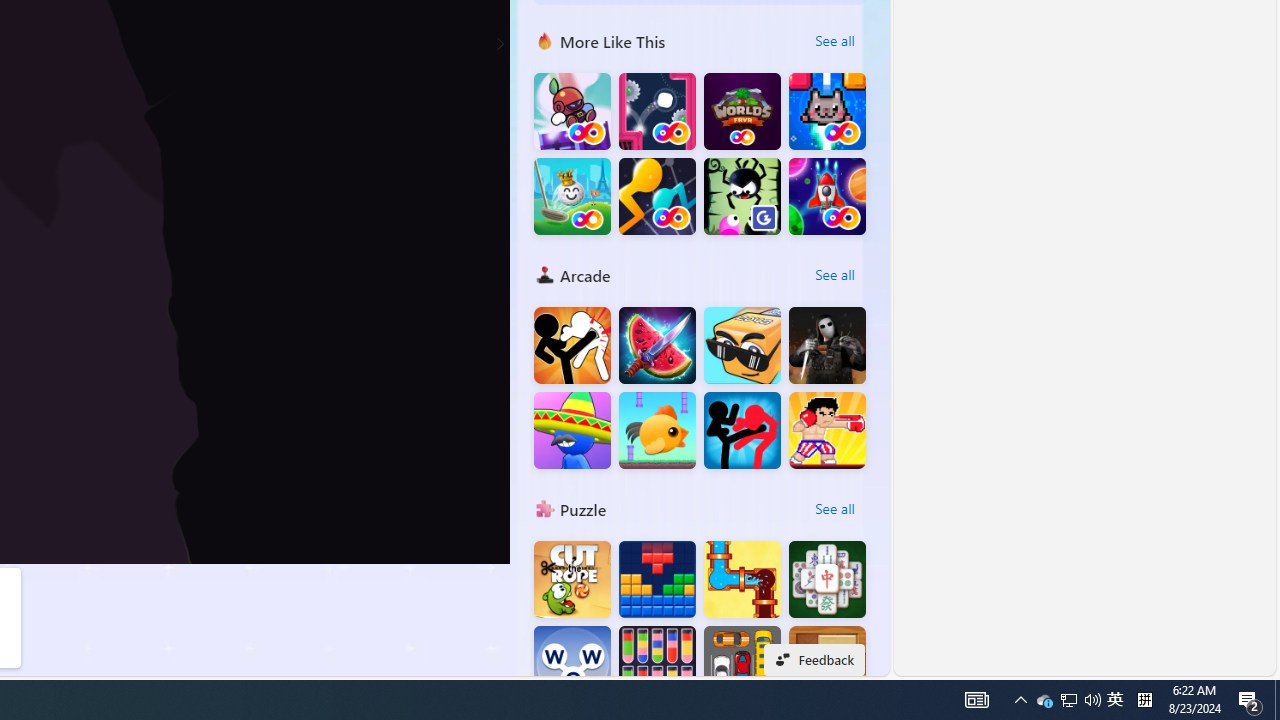 Image resolution: width=1280 pixels, height=720 pixels. What do you see at coordinates (827, 579) in the screenshot?
I see `'Solitaire Mahjong Classic'` at bounding box center [827, 579].